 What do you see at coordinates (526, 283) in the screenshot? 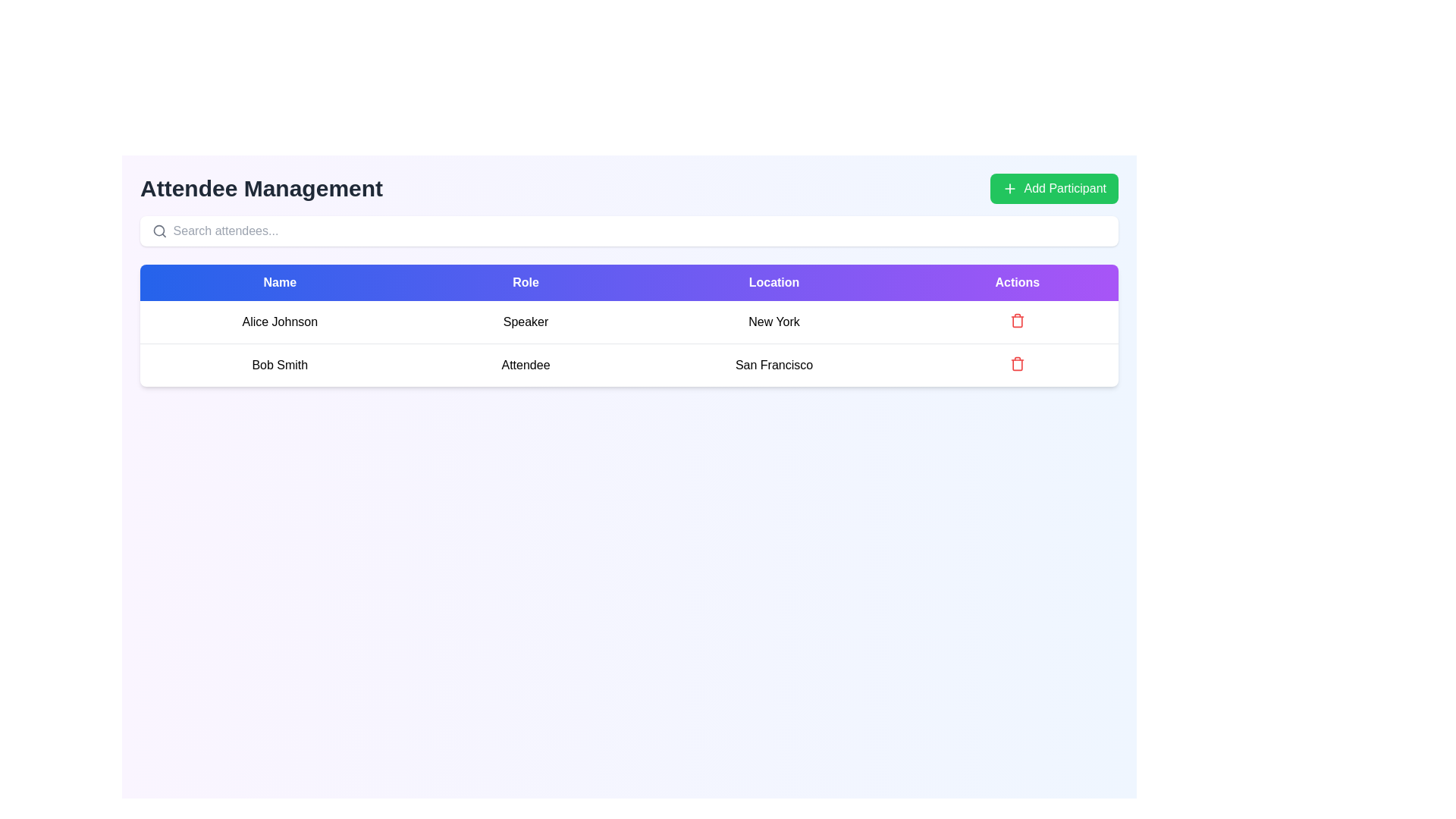
I see `the header cell displaying 'Role' with bold white text on a purple background, located in the second position of the table header row` at bounding box center [526, 283].